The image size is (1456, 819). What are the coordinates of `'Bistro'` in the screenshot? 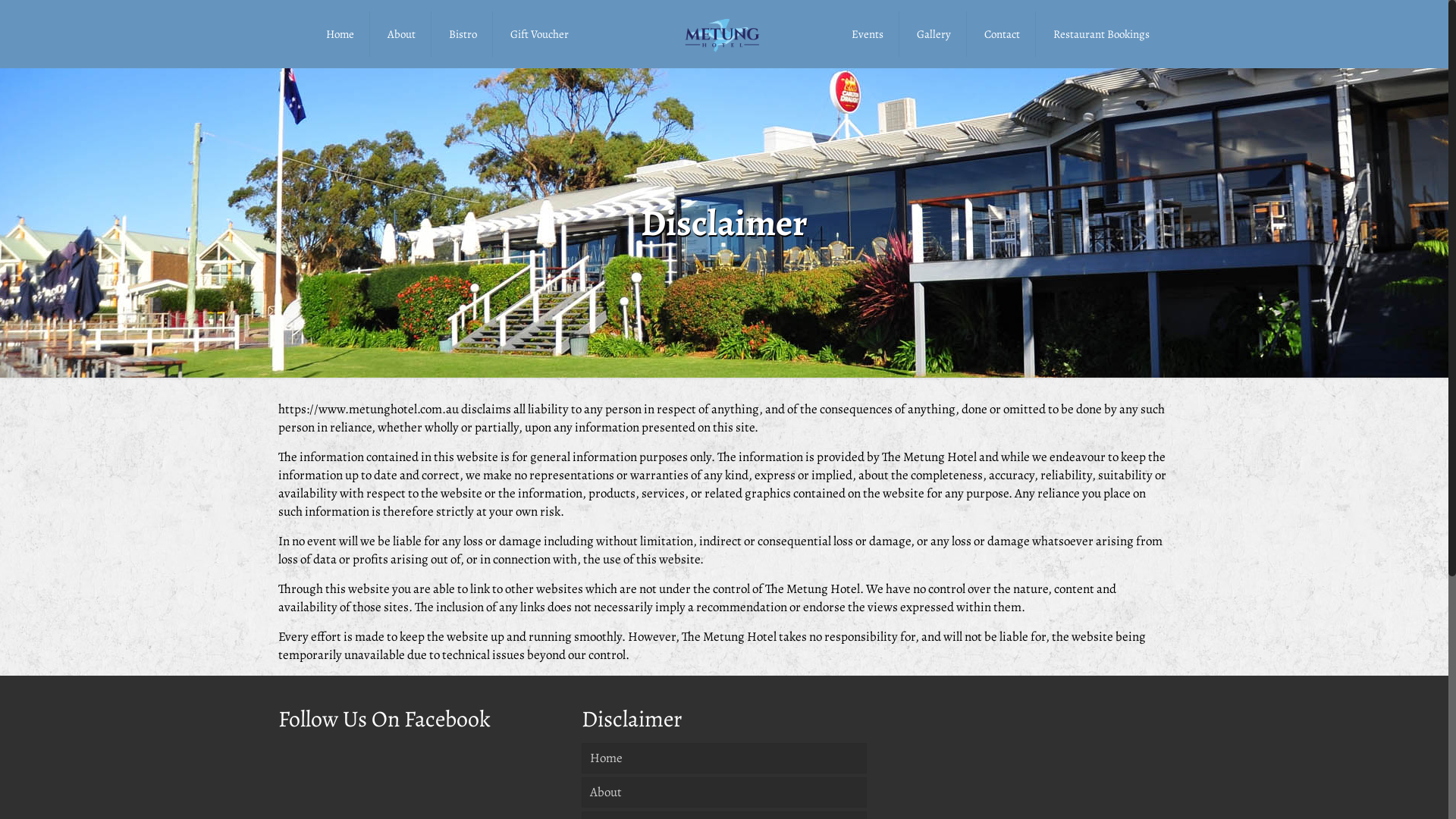 It's located at (462, 34).